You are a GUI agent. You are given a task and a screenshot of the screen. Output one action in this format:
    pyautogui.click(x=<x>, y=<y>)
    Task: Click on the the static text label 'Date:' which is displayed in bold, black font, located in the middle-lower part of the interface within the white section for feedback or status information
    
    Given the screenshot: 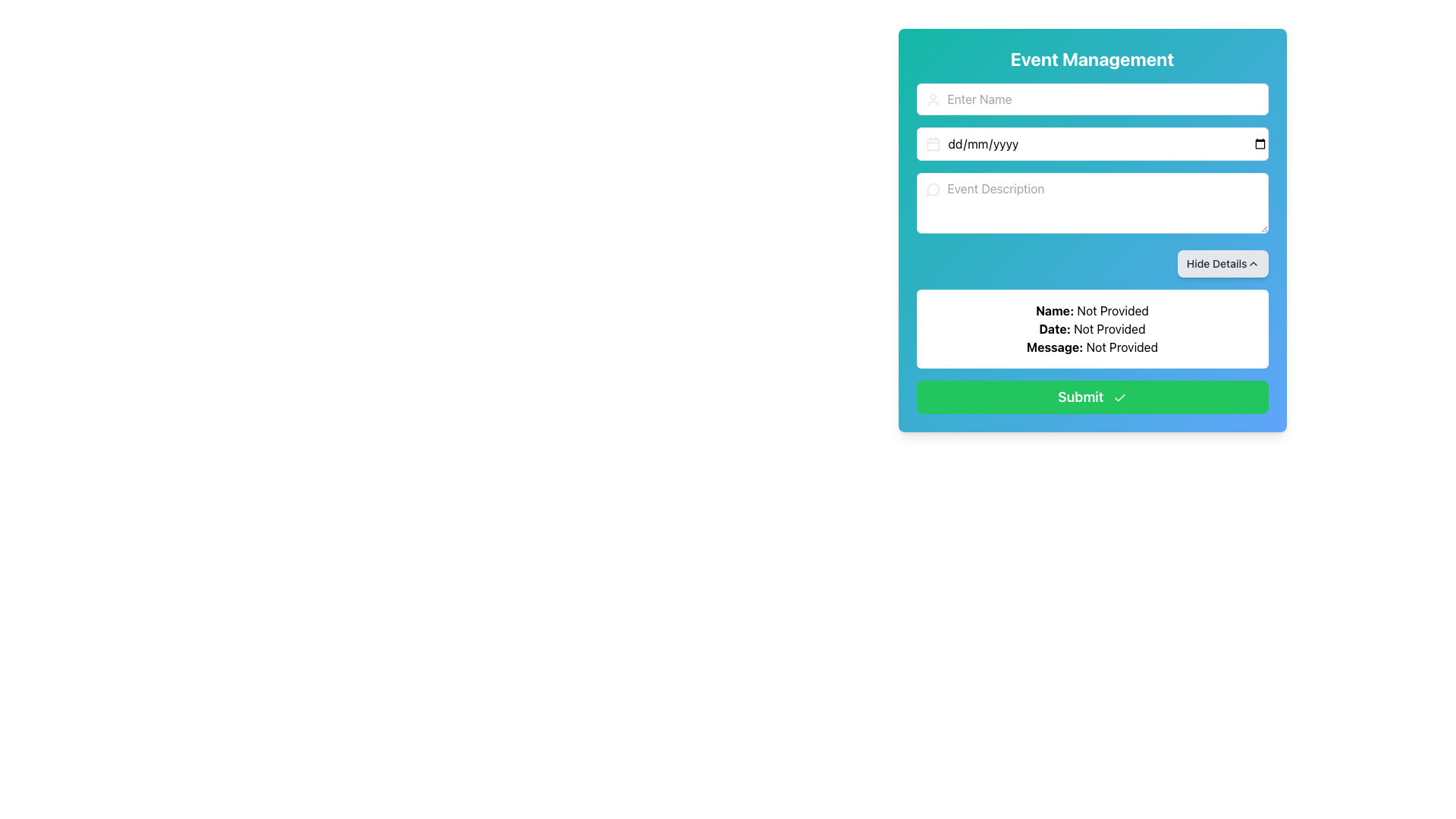 What is the action you would take?
    pyautogui.click(x=1054, y=328)
    